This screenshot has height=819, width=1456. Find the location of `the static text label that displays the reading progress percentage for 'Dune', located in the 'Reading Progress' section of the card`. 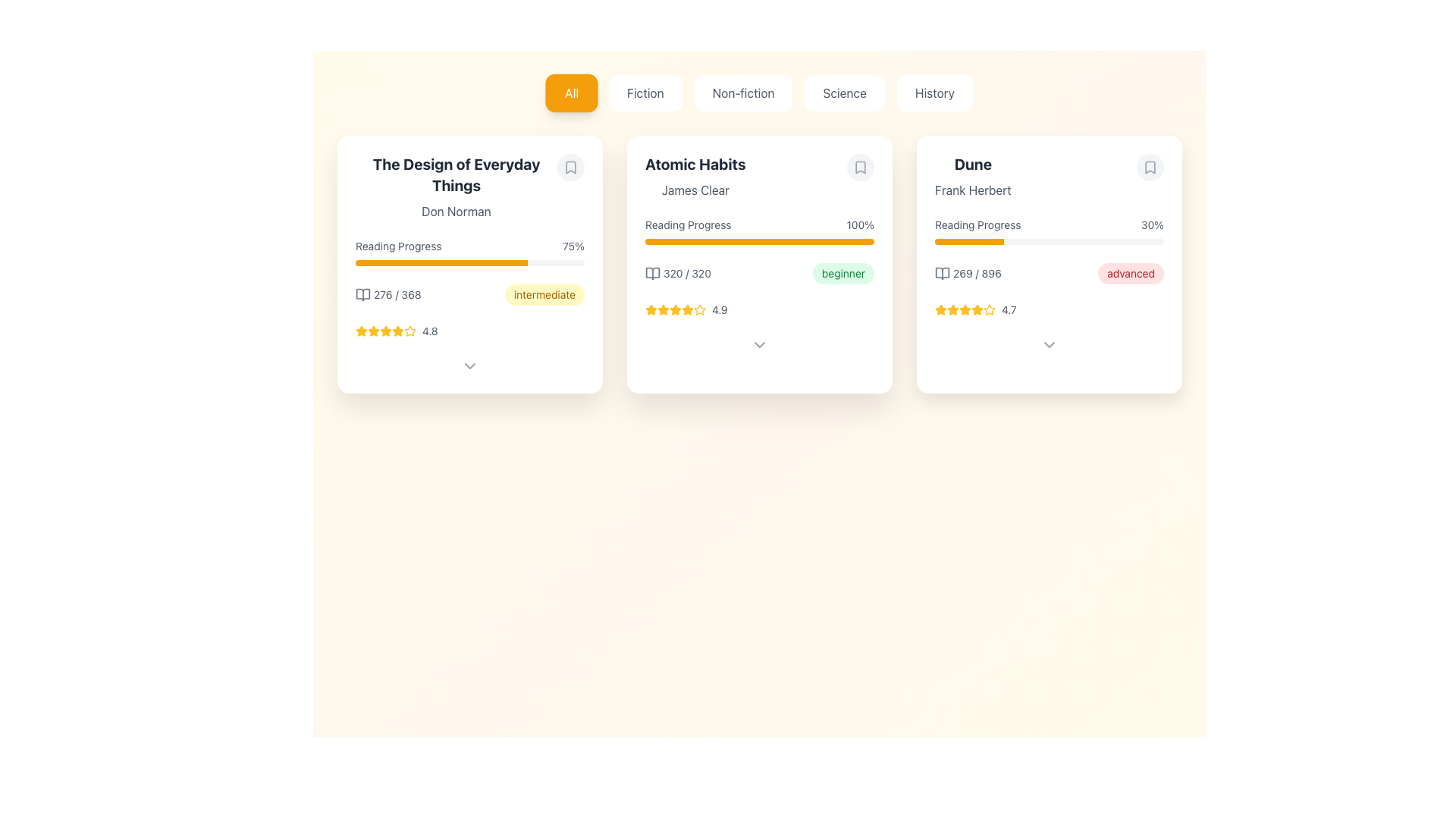

the static text label that displays the reading progress percentage for 'Dune', located in the 'Reading Progress' section of the card is located at coordinates (1152, 225).